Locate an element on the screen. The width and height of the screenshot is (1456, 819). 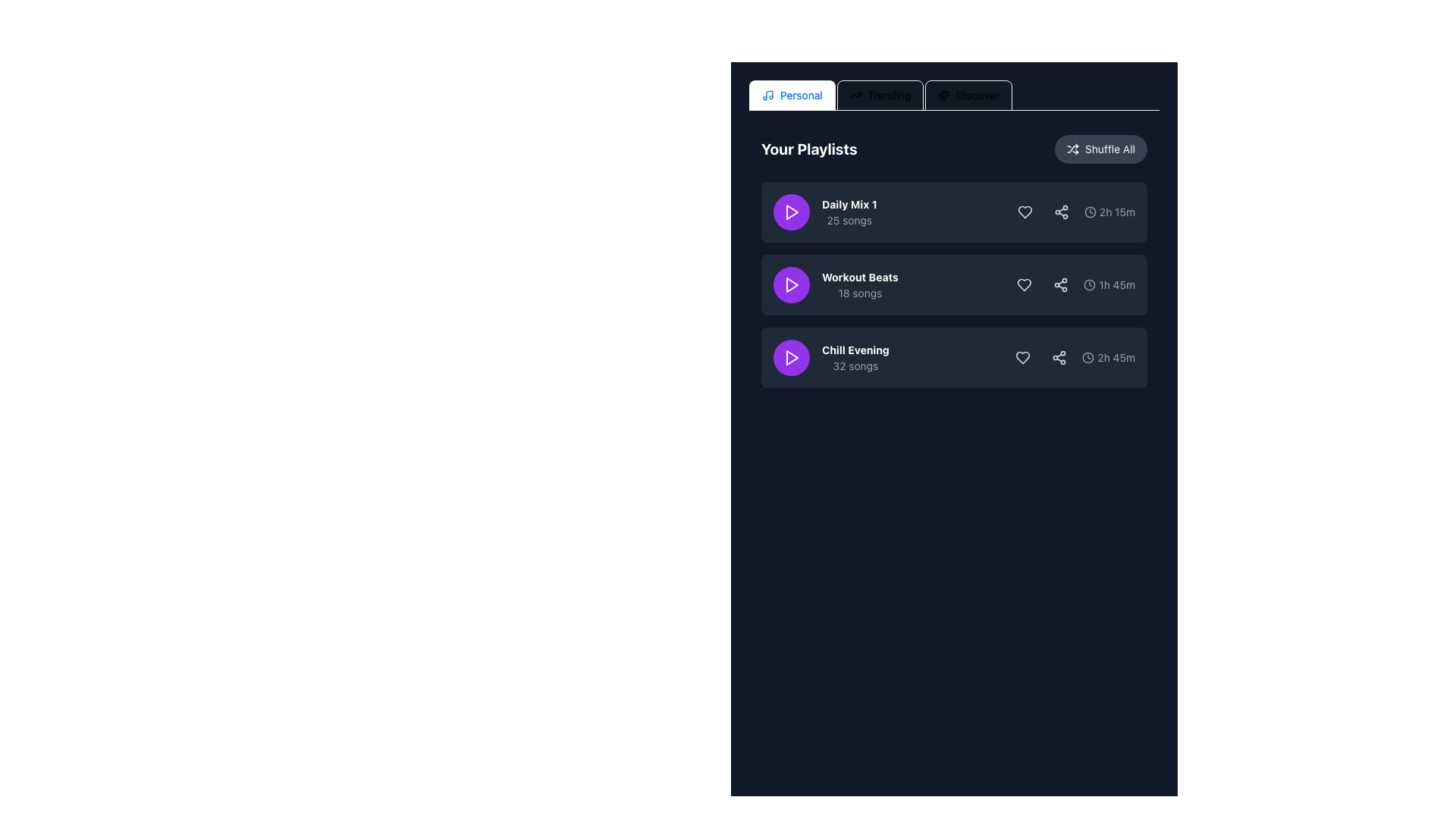
the second share icon to the right of the 'Workout Beats' row in the playlist section to initiate sharing options is located at coordinates (1060, 284).